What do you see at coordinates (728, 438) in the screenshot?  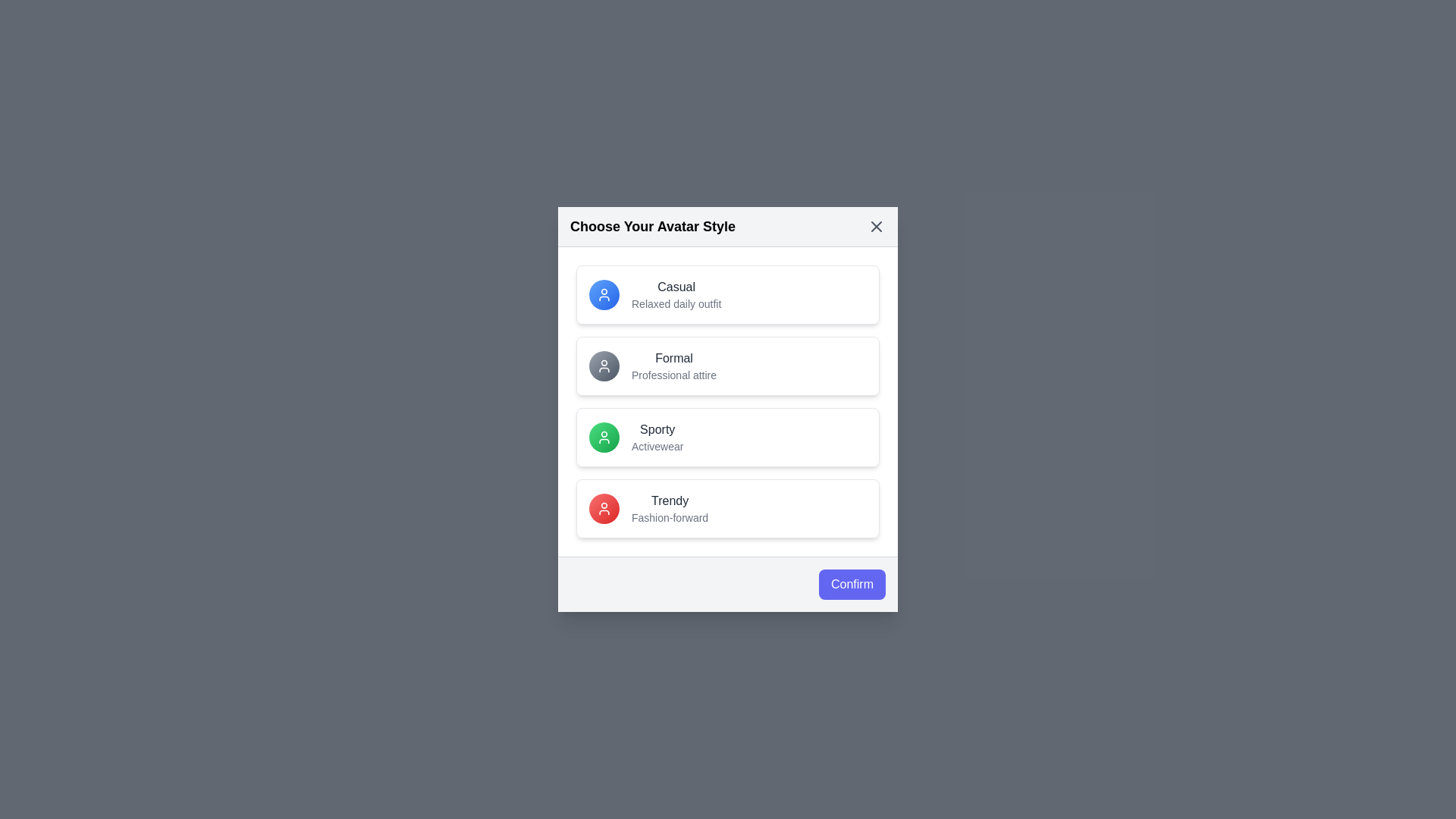 I see `the avatar with style Sporty` at bounding box center [728, 438].